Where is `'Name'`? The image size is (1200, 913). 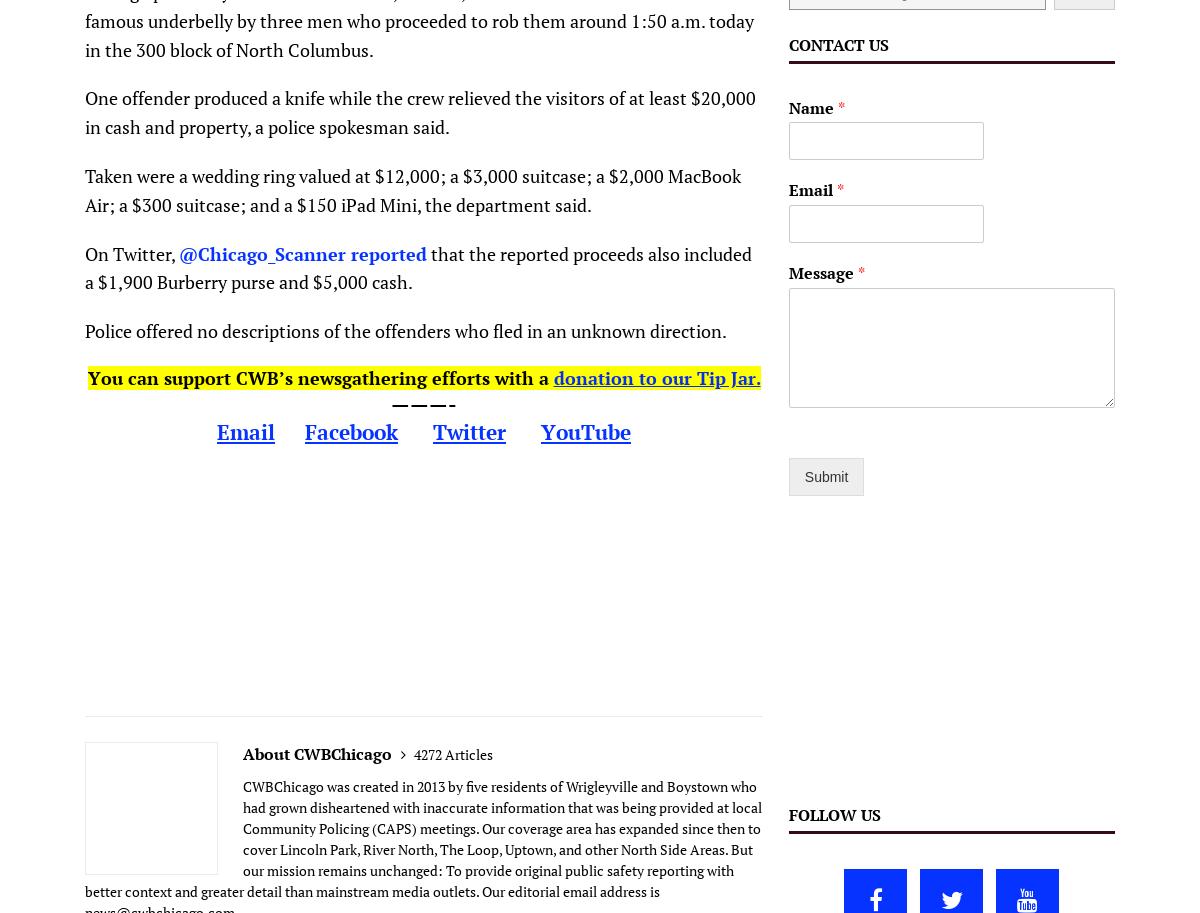 'Name' is located at coordinates (811, 107).